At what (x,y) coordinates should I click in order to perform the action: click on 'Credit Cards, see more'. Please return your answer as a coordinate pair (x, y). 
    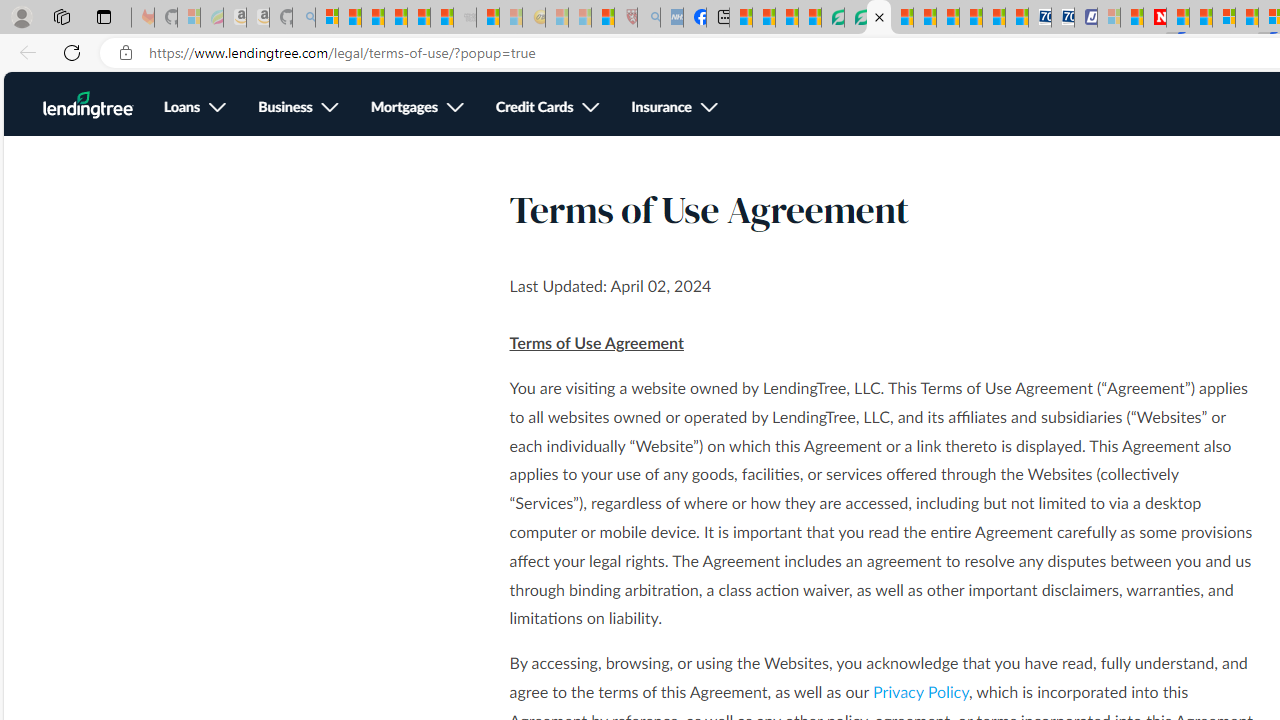
    Looking at the image, I should click on (548, 108).